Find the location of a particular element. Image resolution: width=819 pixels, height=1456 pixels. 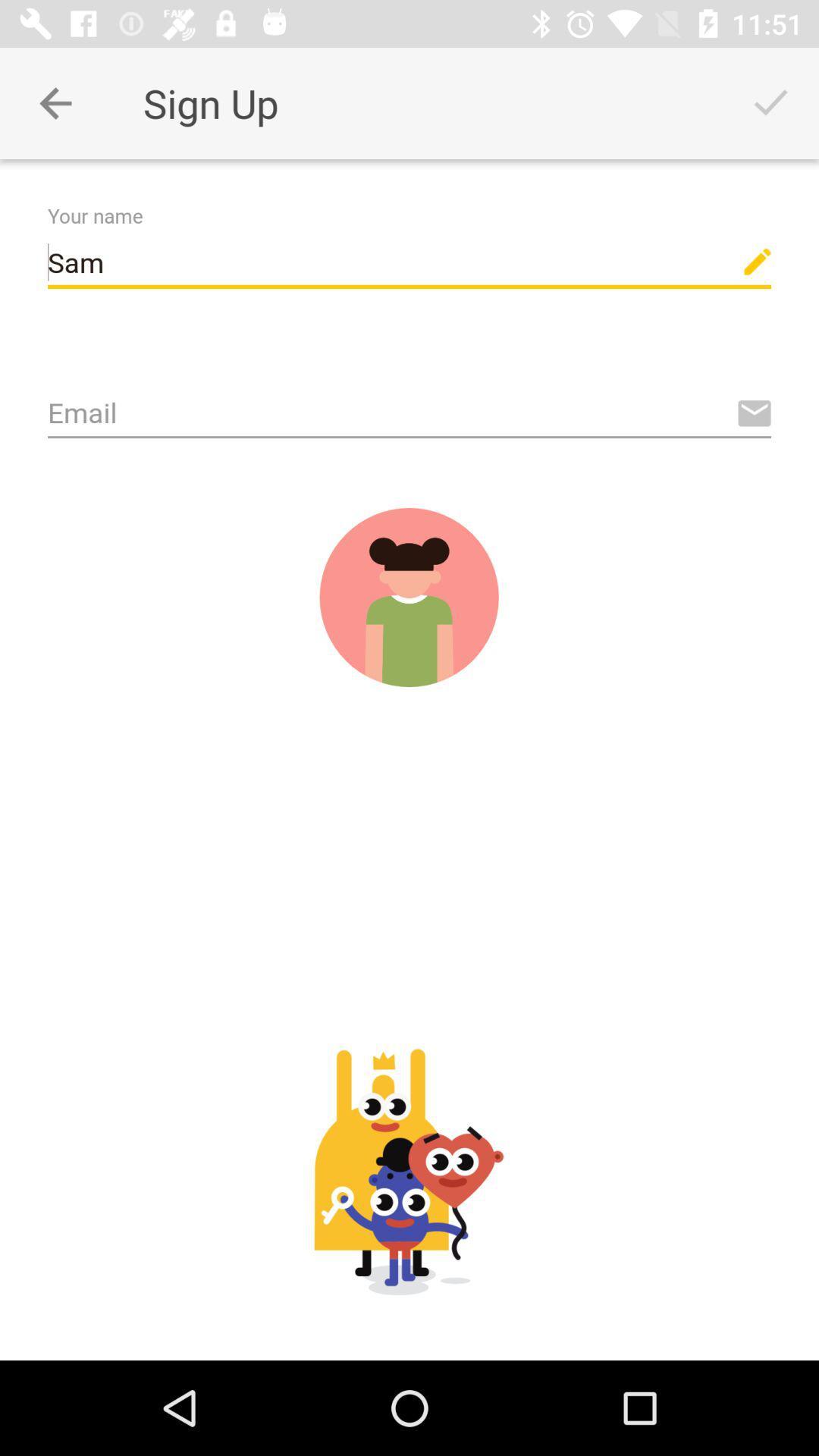

submit and sign up is located at coordinates (408, 596).